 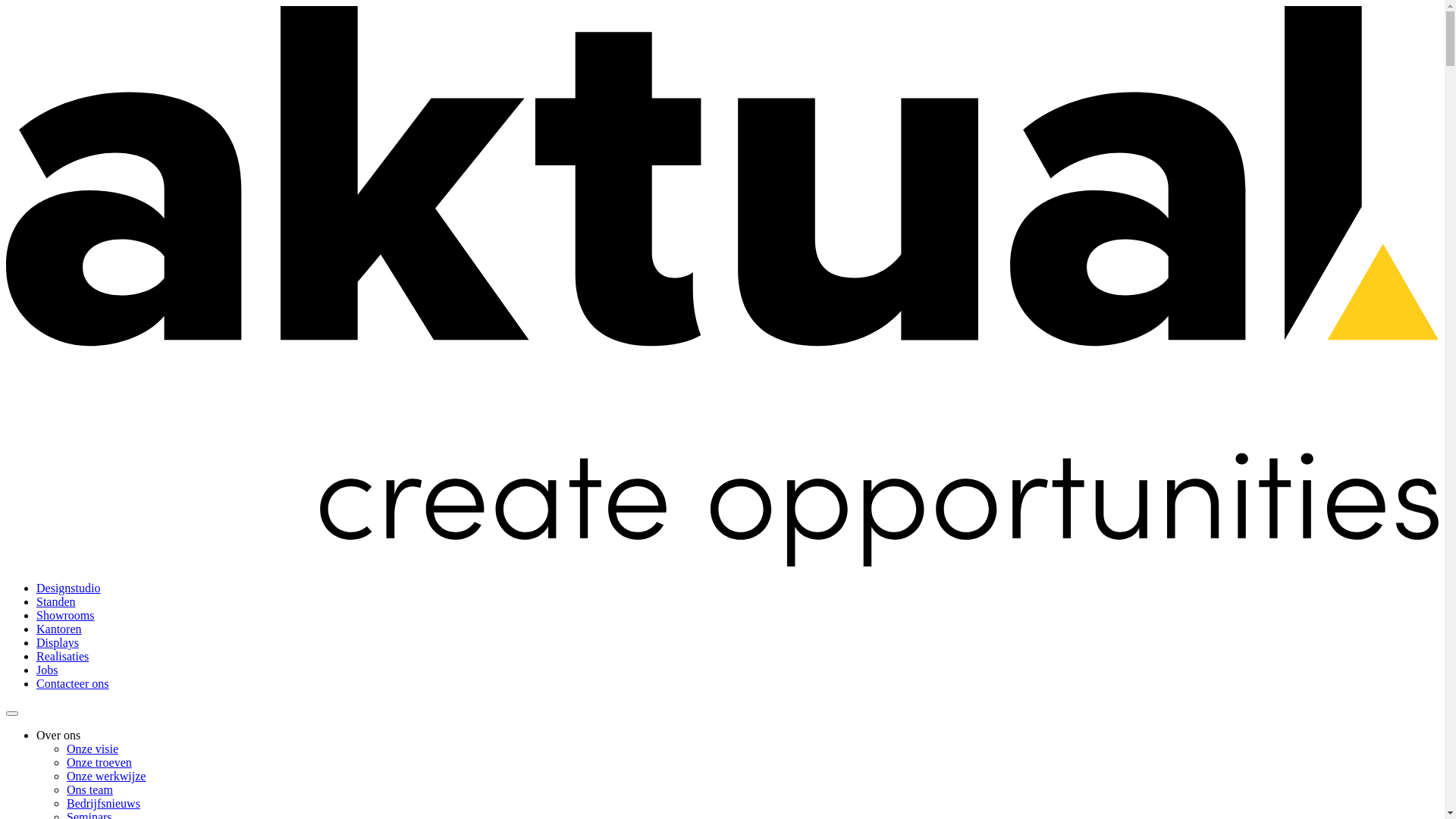 What do you see at coordinates (67, 587) in the screenshot?
I see `'Designstudio'` at bounding box center [67, 587].